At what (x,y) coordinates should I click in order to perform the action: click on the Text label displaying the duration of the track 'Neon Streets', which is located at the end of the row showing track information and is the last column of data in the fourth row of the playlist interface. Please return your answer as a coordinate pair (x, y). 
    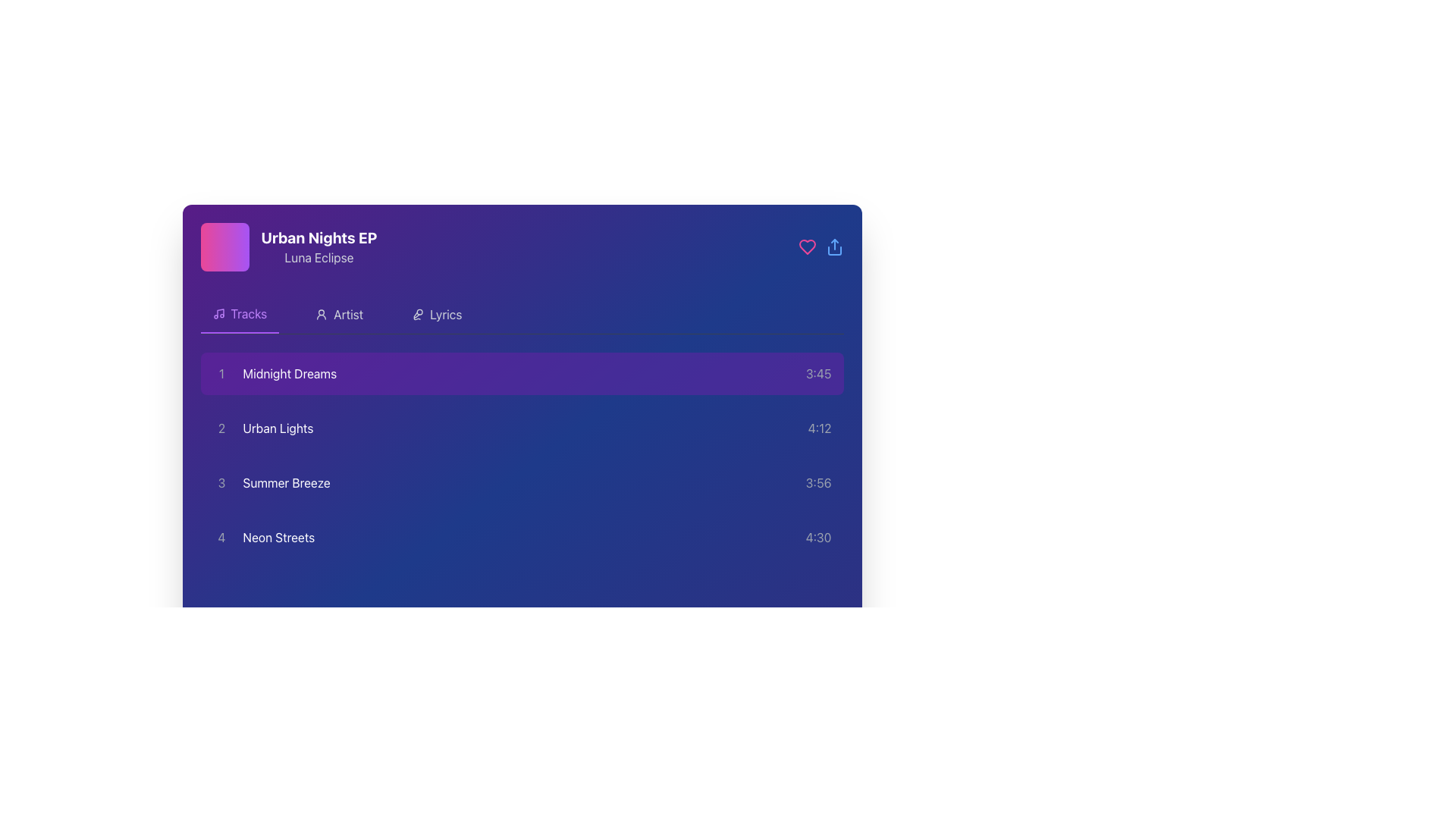
    Looking at the image, I should click on (817, 537).